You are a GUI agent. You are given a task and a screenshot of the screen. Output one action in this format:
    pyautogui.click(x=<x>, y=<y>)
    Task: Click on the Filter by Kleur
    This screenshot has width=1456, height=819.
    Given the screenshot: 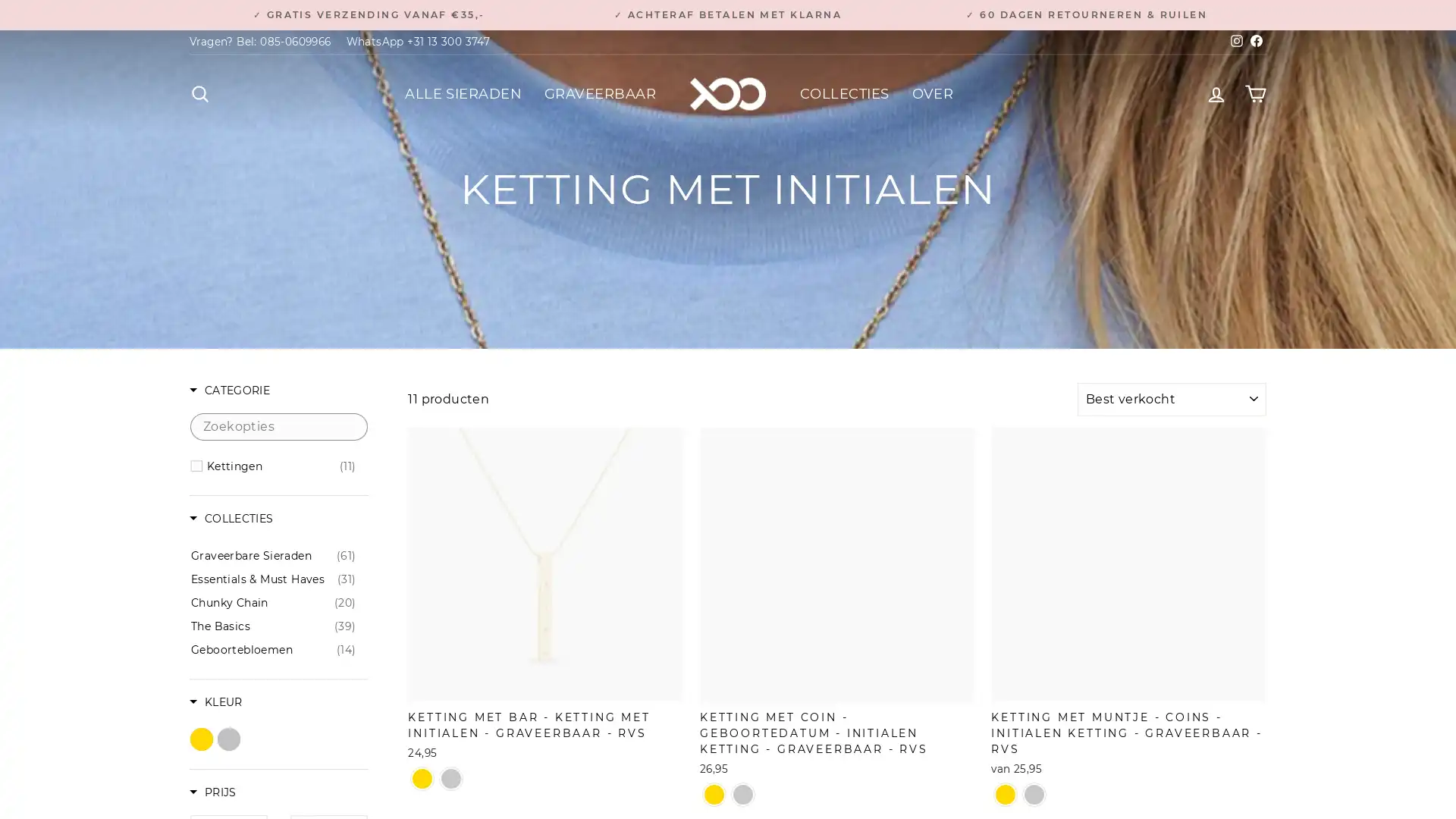 What is the action you would take?
    pyautogui.click(x=215, y=703)
    